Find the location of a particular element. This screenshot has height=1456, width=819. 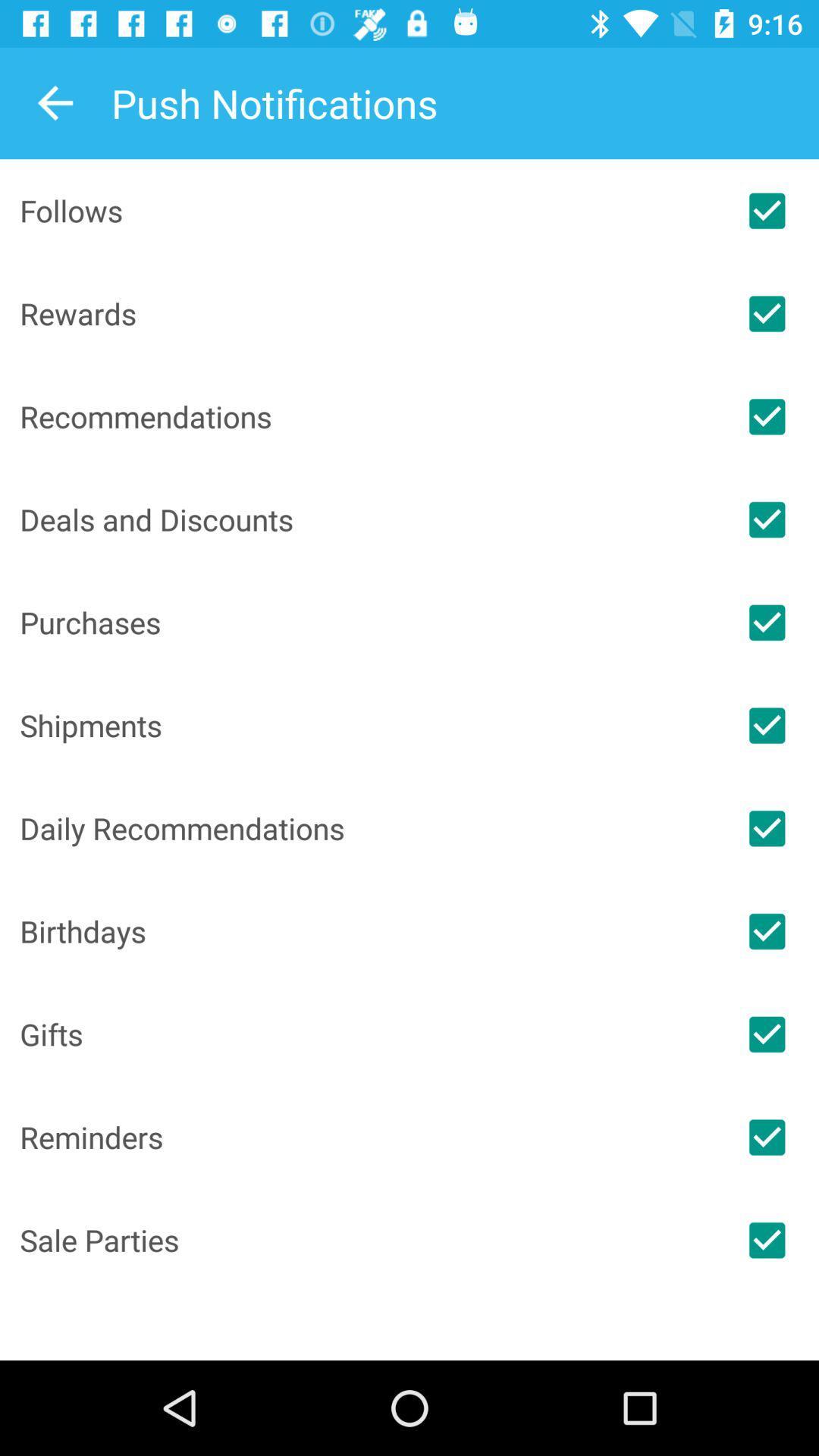

deselect notification type is located at coordinates (767, 312).